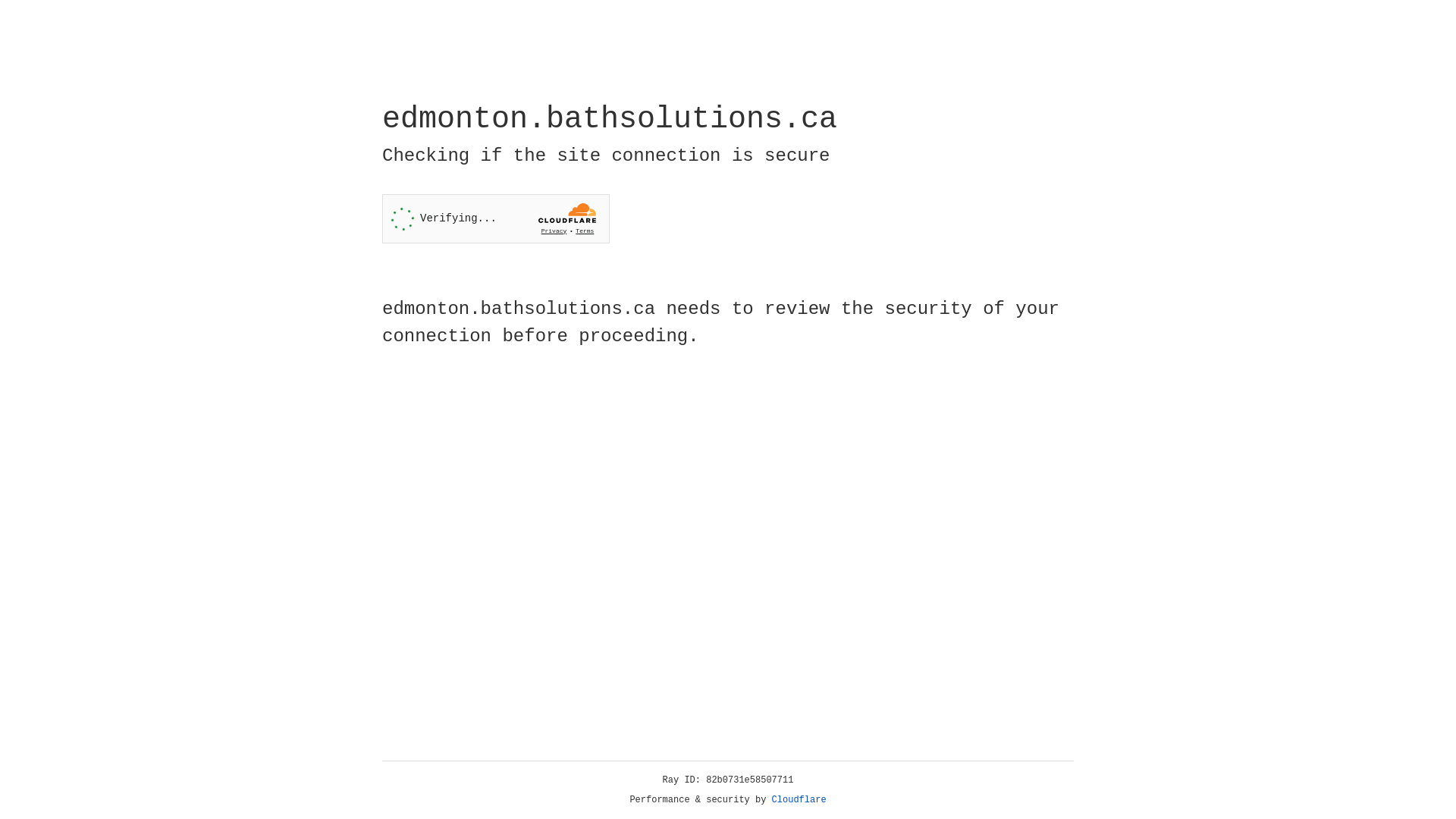 Image resolution: width=1456 pixels, height=819 pixels. Describe the element at coordinates (495, 218) in the screenshot. I see `'Widget containing a Cloudflare security challenge'` at that location.